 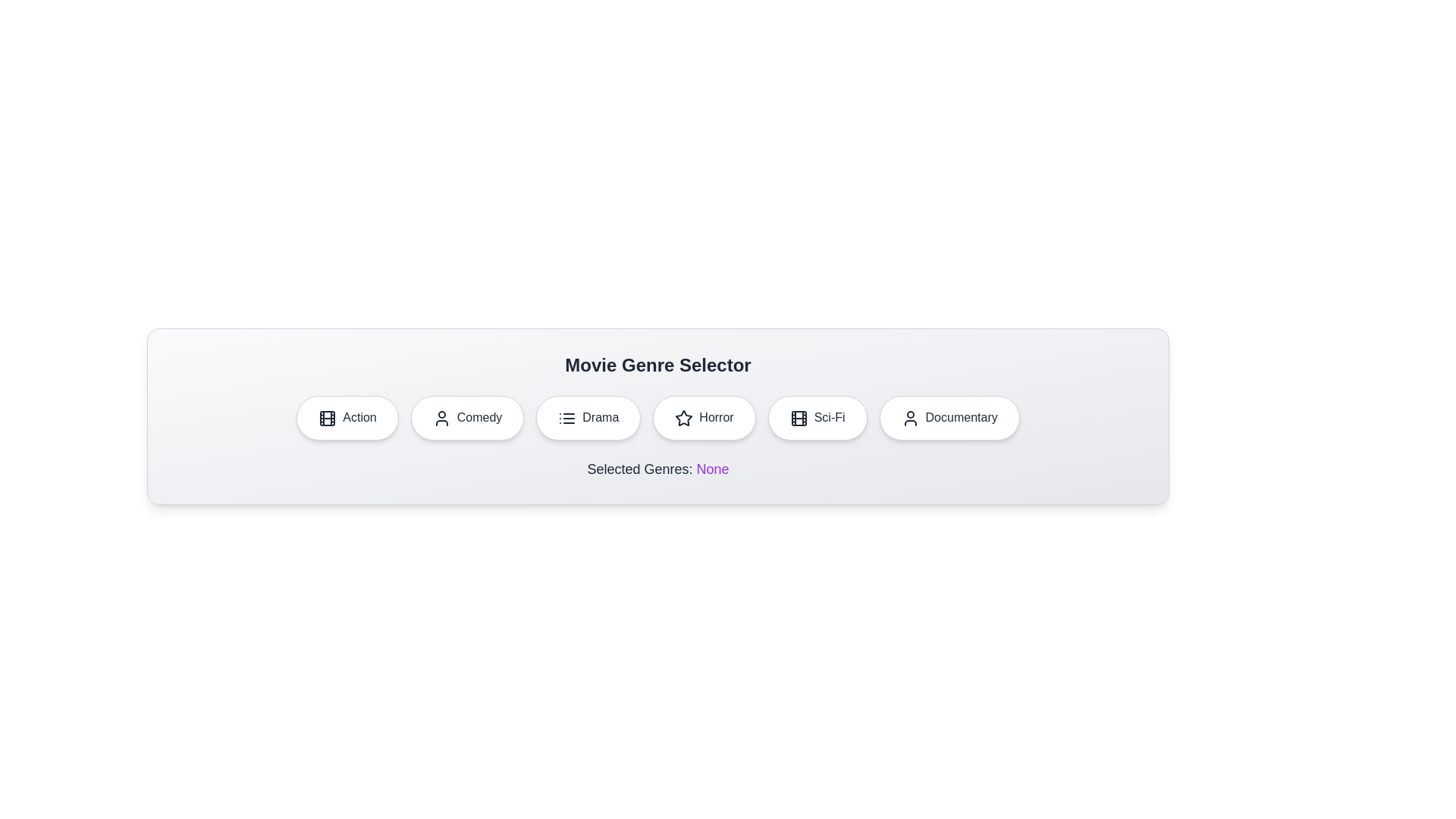 I want to click on the details of the decorative icon representing the Sci-Fi genre, which is the film strip icon located within the fifth button of the genre selection buttons, so click(x=798, y=418).